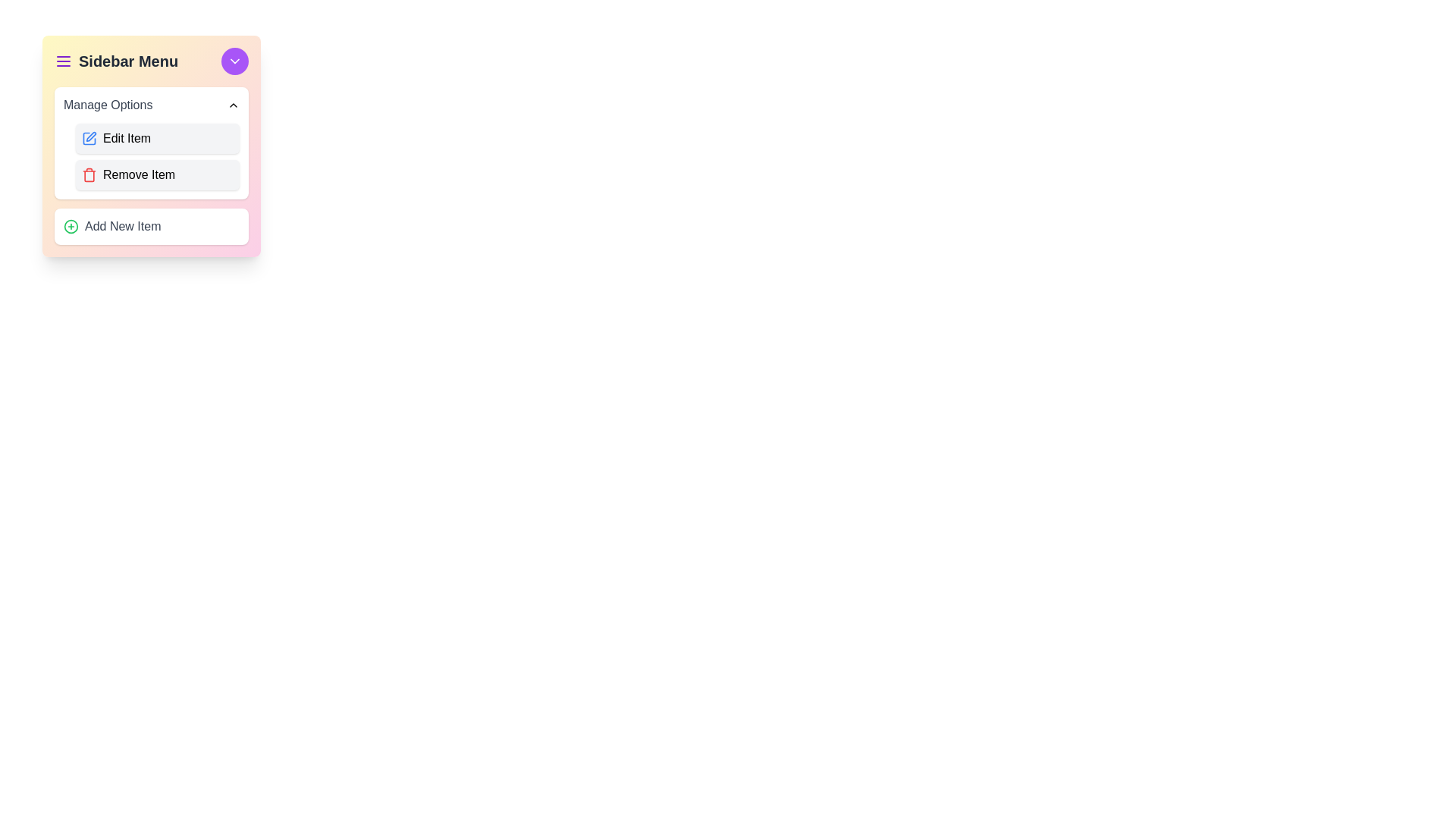  Describe the element at coordinates (152, 104) in the screenshot. I see `the dropdown header or expandable menu toggle located at the top of the sidebar, above the 'Edit Item' and 'Remove Item' buttons` at that location.